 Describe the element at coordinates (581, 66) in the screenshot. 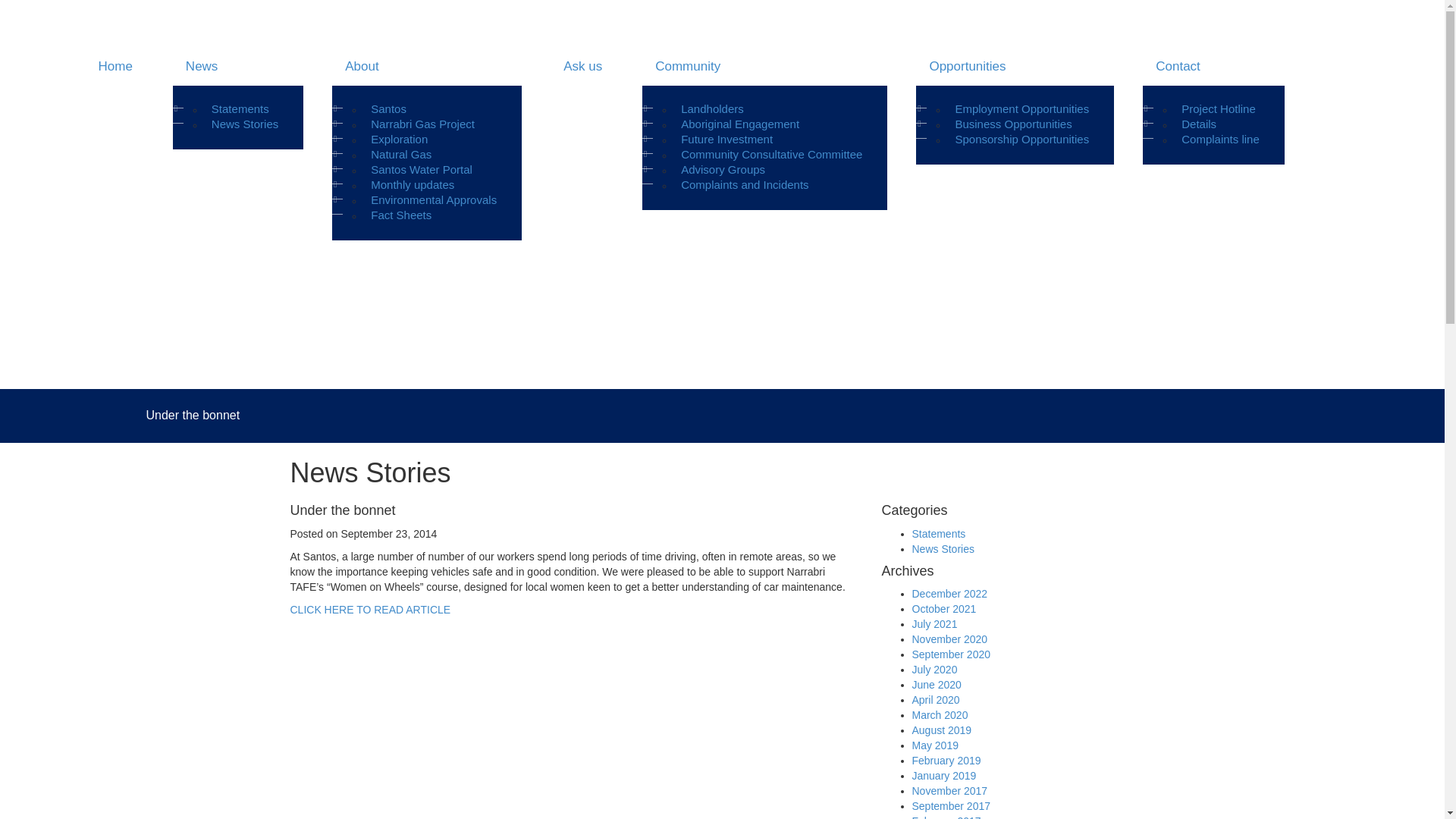

I see `'Ask us'` at that location.